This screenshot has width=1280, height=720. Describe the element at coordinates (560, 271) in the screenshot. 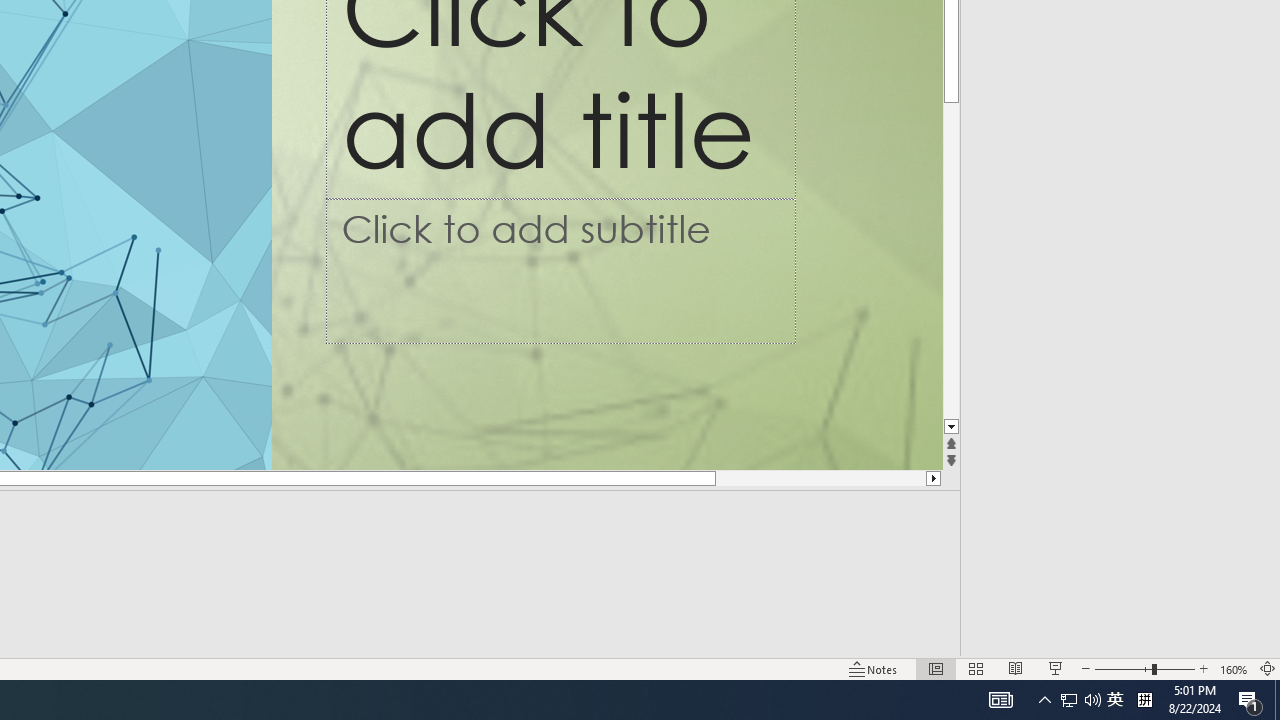

I see `'Subtitle TextBox'` at that location.